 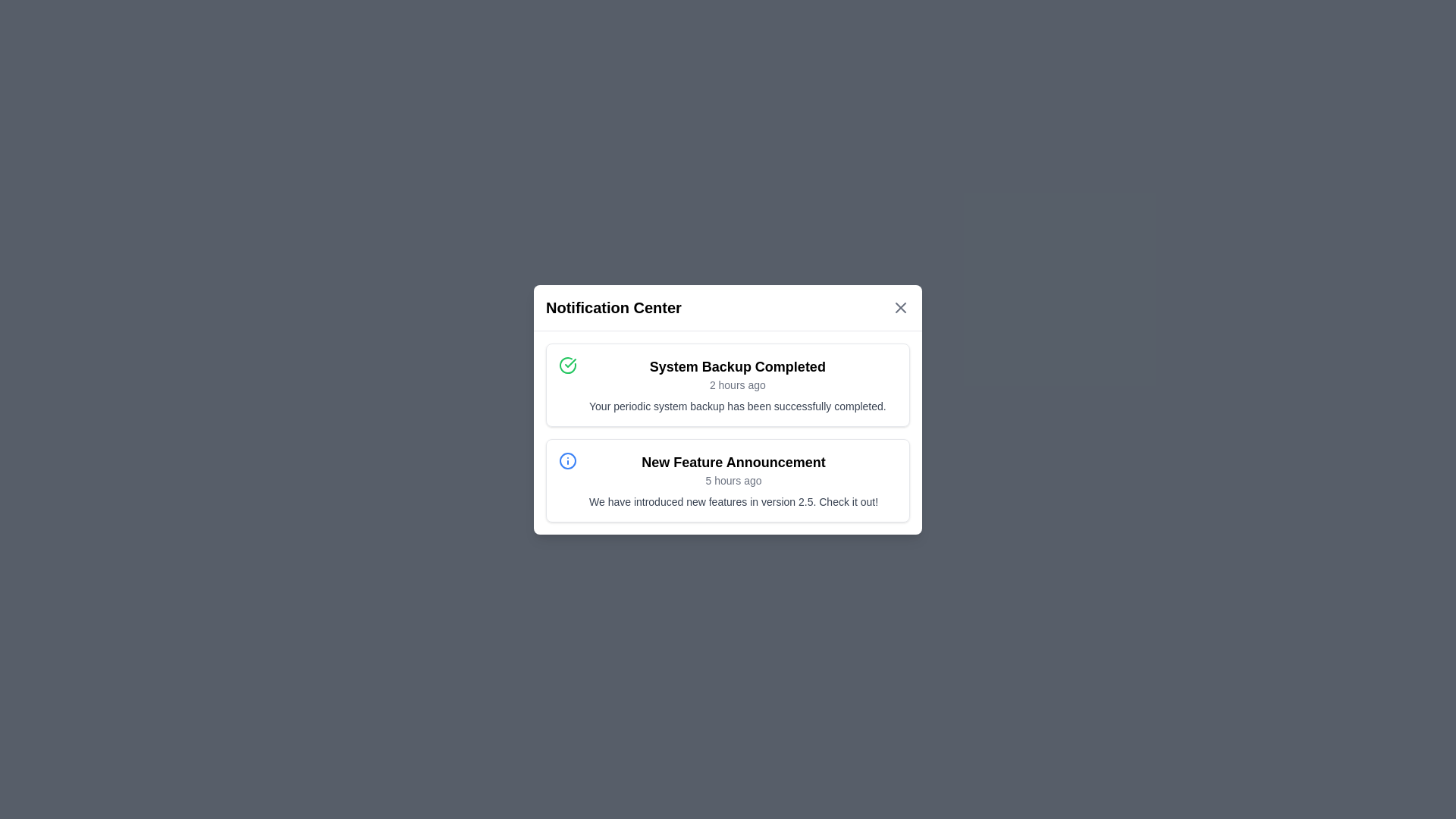 I want to click on the notification text content block that displays 'New Feature Announcement' in the Notification Center dialog, located below the 'System Backup Completed' notification, so click(x=733, y=480).